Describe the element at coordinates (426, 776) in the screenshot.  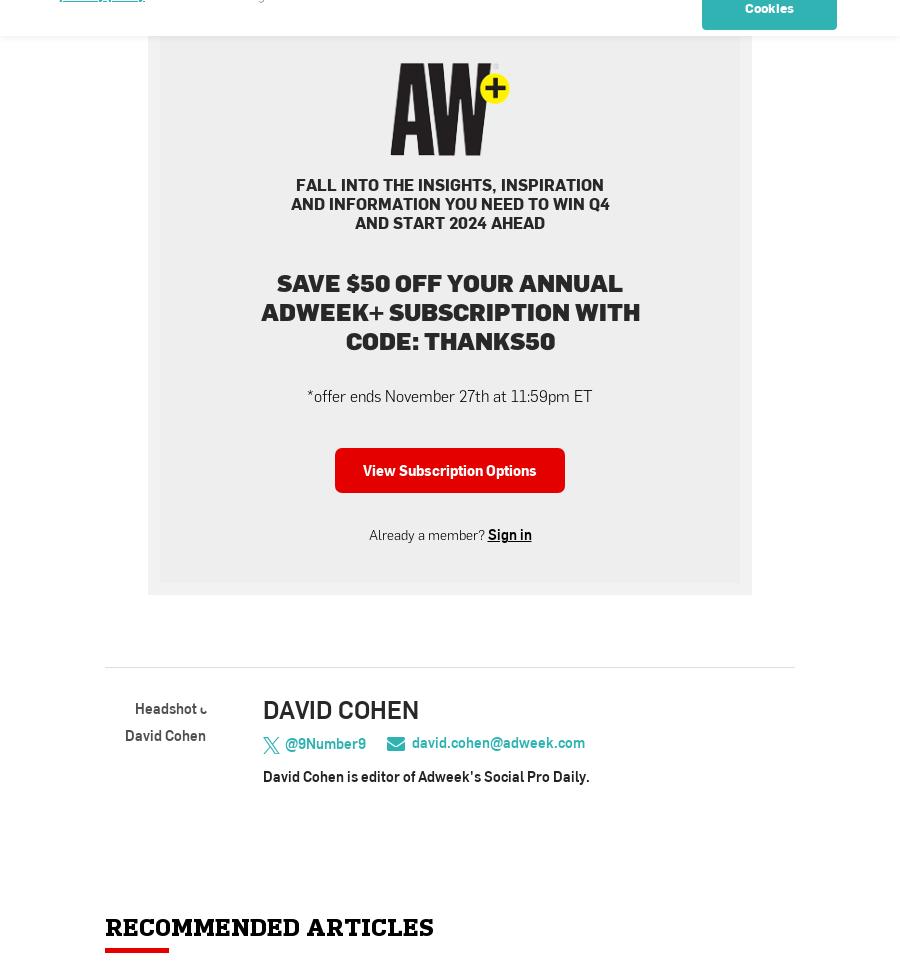
I see `'David Cohen is editor of Adweek's Social Pro Daily.'` at that location.